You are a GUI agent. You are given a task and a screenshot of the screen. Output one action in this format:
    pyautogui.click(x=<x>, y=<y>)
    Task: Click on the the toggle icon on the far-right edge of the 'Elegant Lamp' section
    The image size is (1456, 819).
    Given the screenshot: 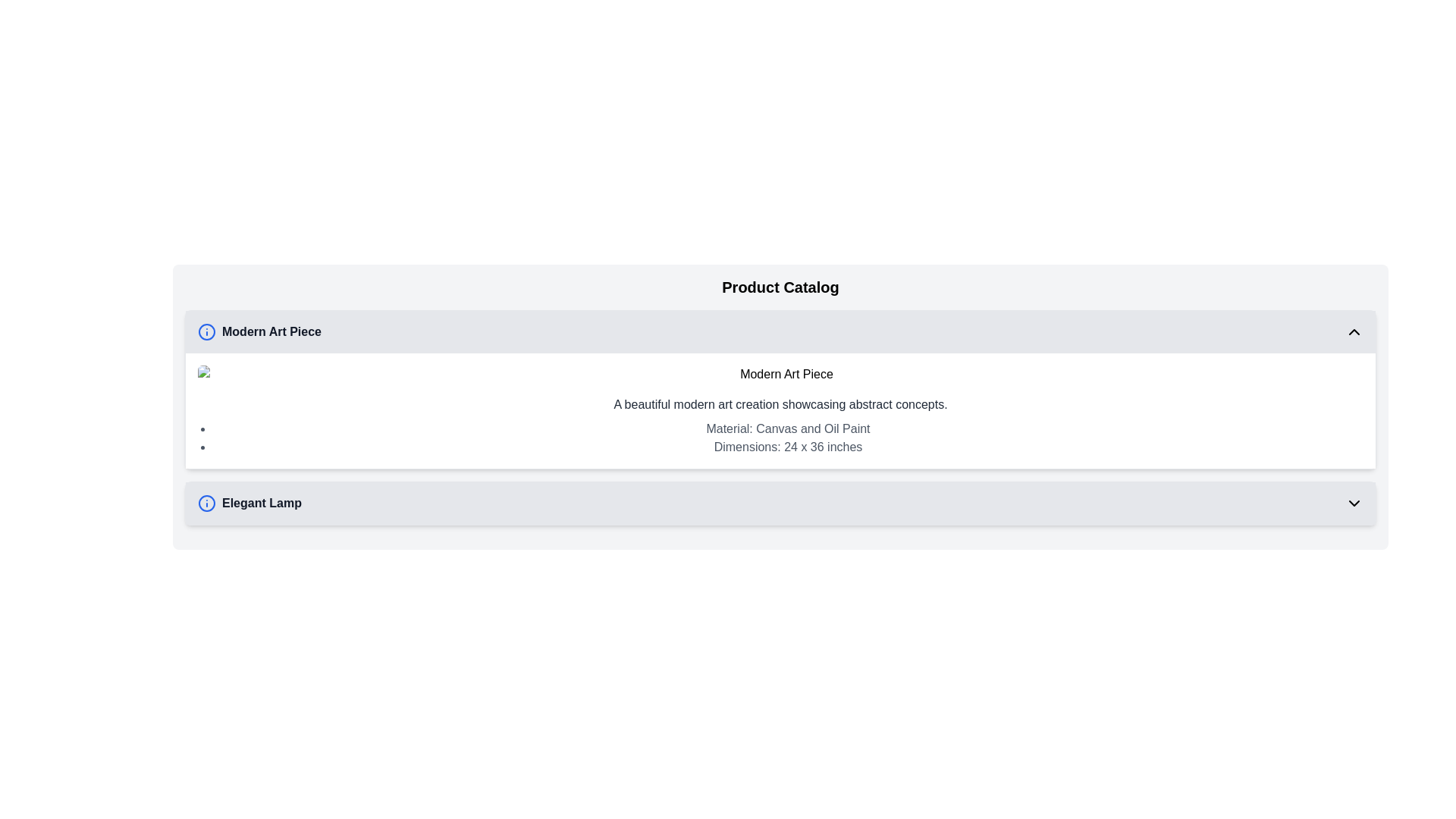 What is the action you would take?
    pyautogui.click(x=1354, y=503)
    